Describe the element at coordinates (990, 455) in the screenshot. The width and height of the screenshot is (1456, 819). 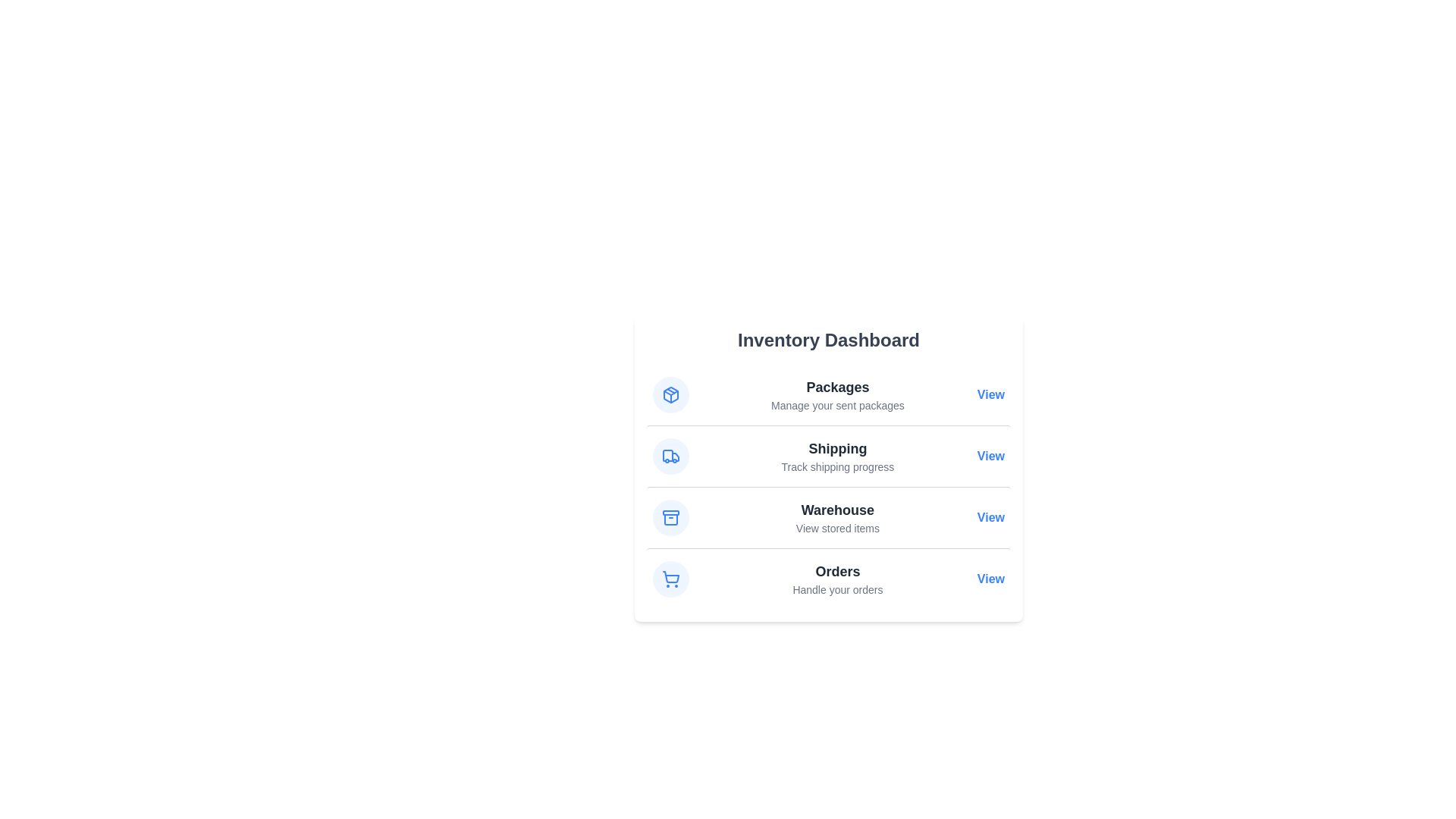
I see `the 'View' link for Shipping` at that location.